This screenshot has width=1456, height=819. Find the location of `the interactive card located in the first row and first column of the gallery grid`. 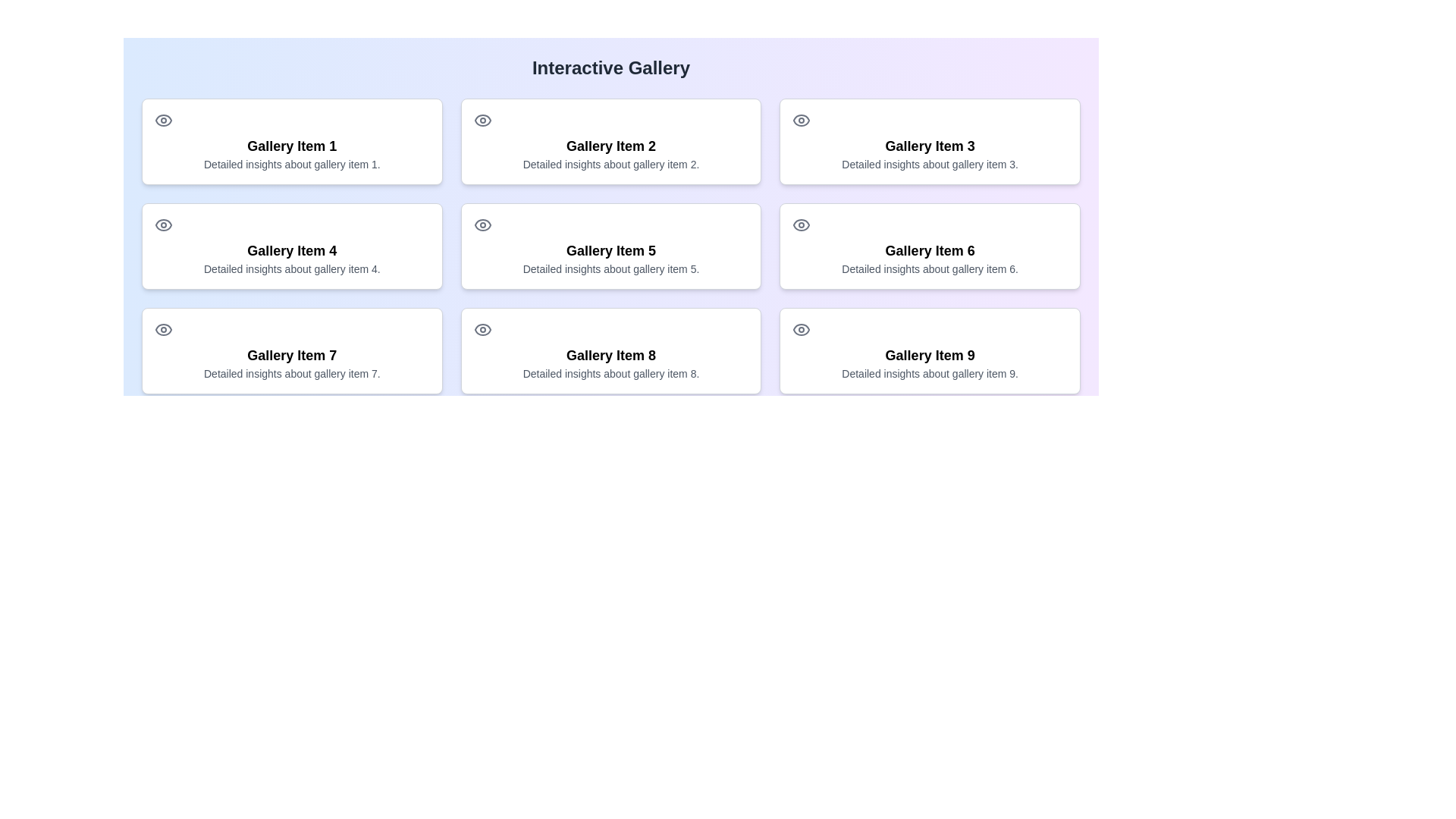

the interactive card located in the first row and first column of the gallery grid is located at coordinates (292, 141).